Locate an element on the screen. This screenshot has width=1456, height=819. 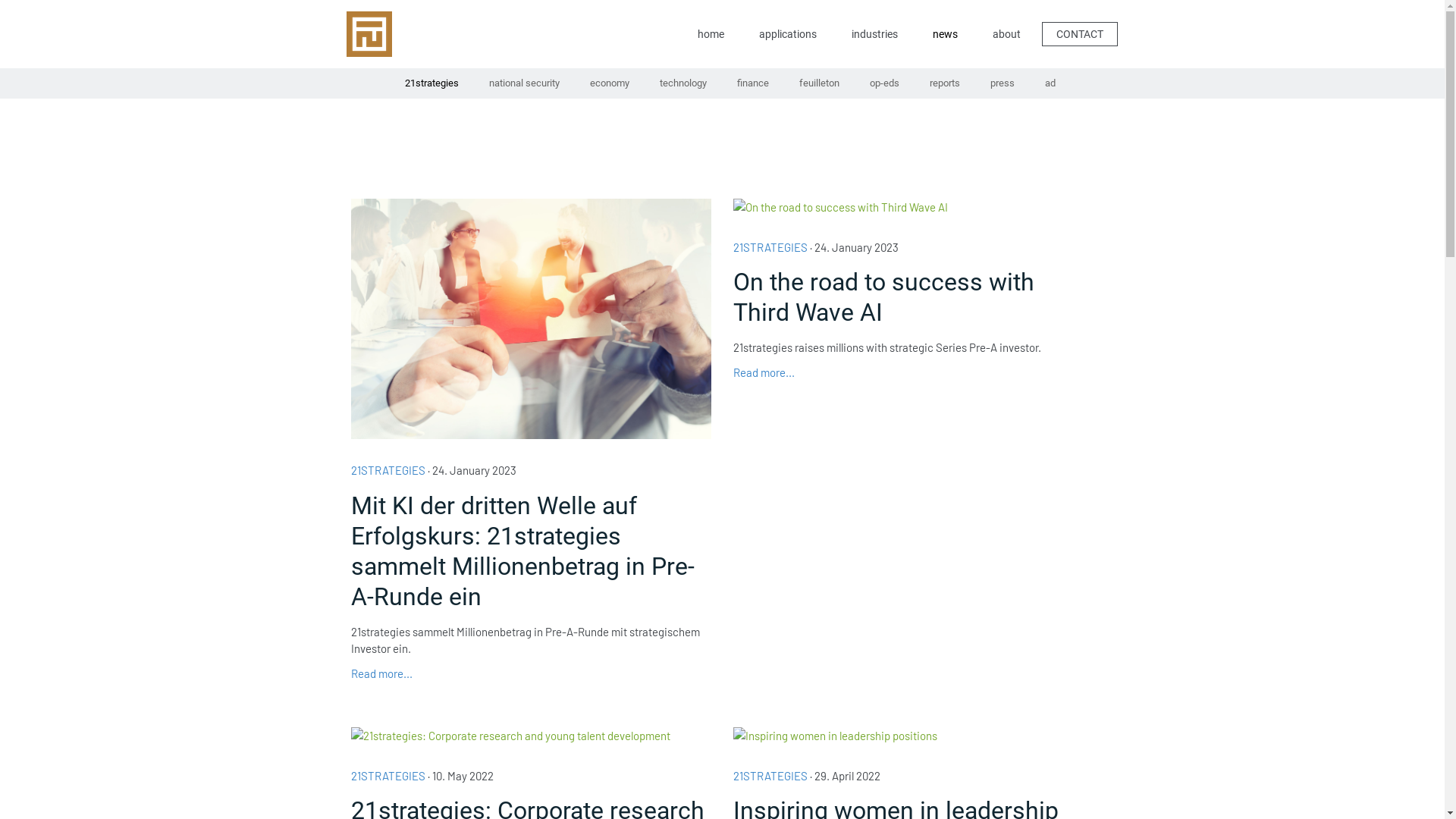
'about' is located at coordinates (1006, 34).